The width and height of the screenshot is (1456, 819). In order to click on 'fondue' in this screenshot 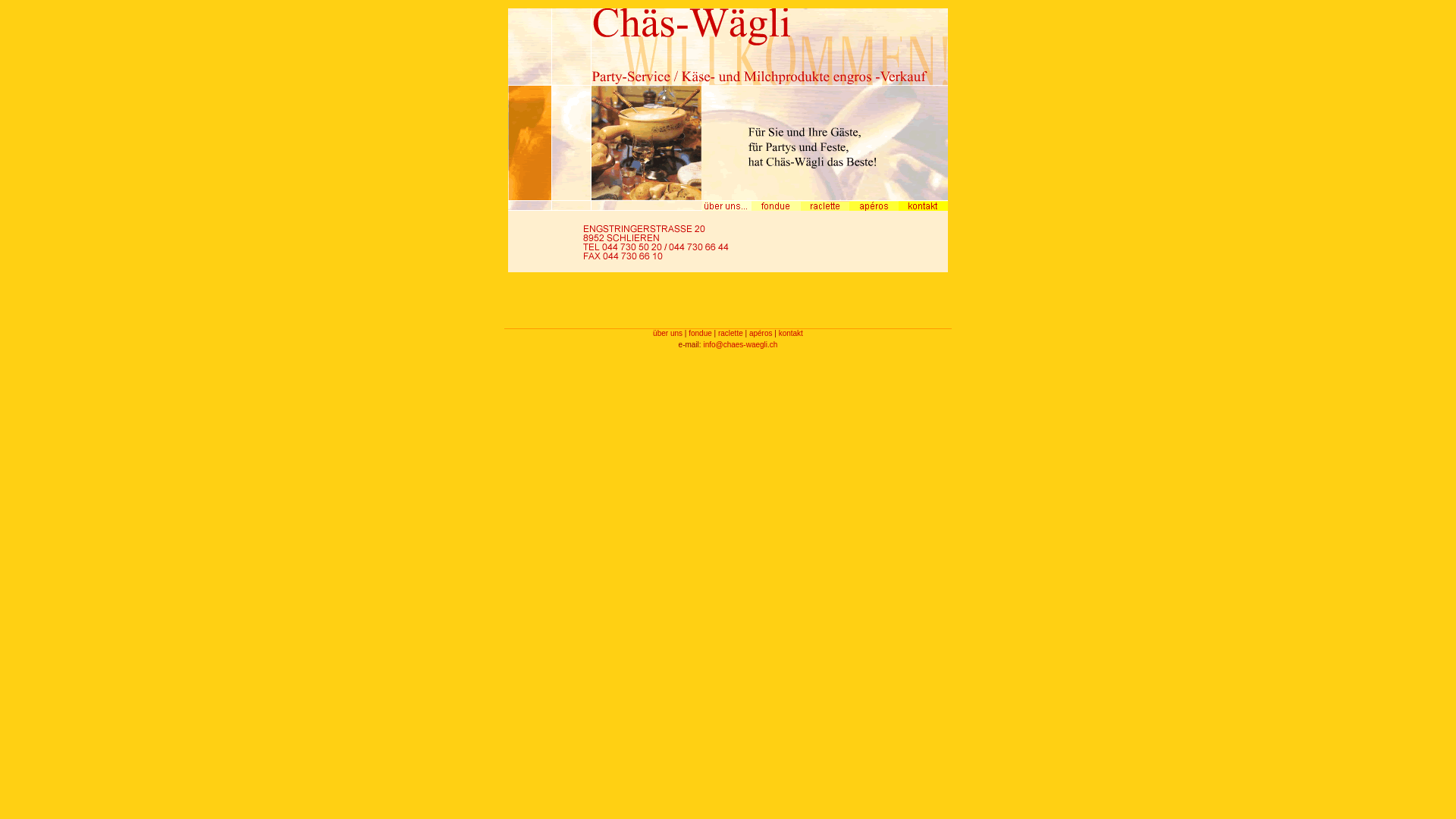, I will do `click(699, 332)`.